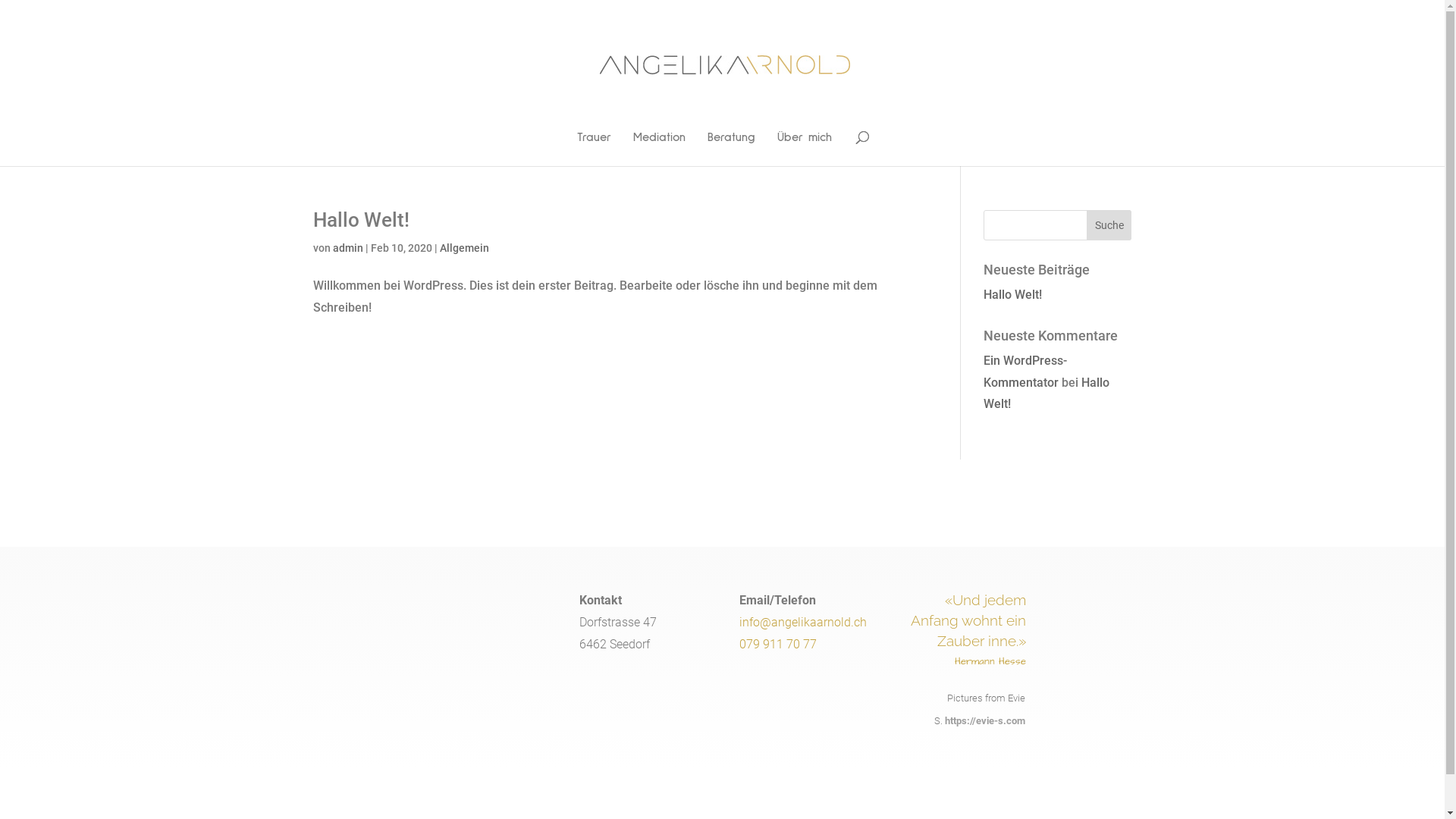 The width and height of the screenshot is (1456, 819). Describe the element at coordinates (1109, 225) in the screenshot. I see `'Suche'` at that location.